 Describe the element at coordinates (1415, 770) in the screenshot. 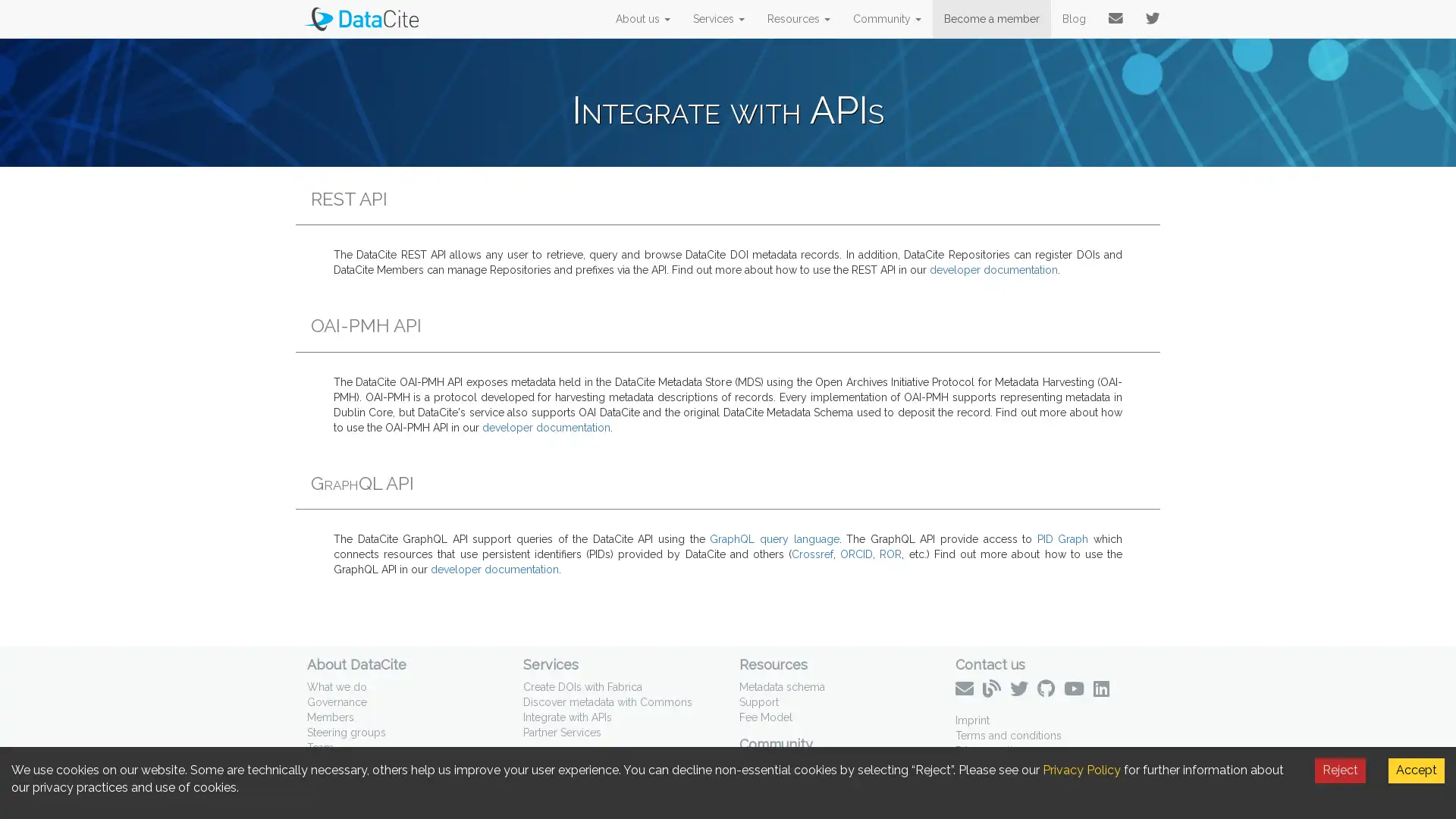

I see `Accept cookies` at that location.